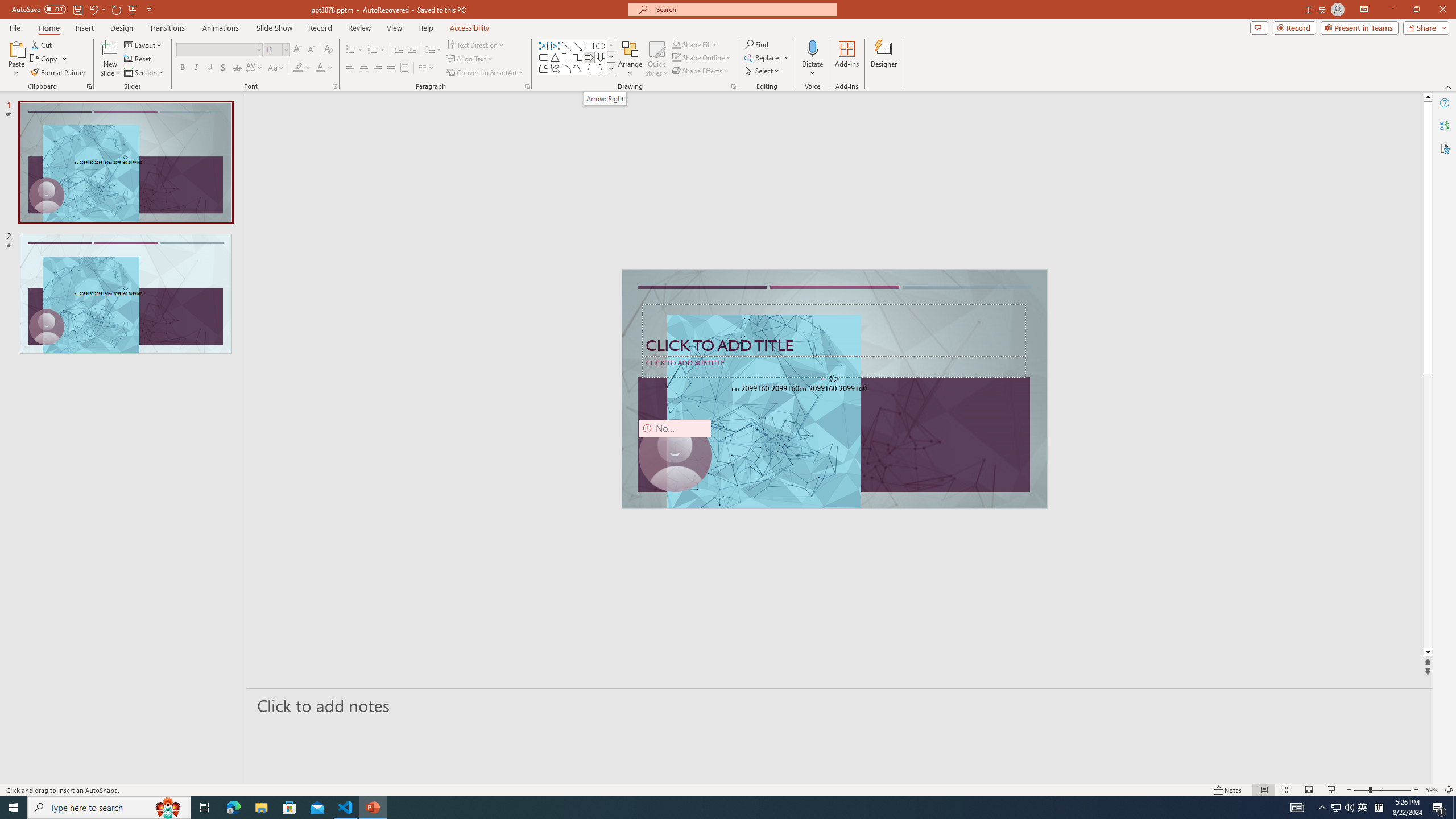 Image resolution: width=1456 pixels, height=819 pixels. What do you see at coordinates (676, 44) in the screenshot?
I see `'Shape Fill Dark Green, Accent 2'` at bounding box center [676, 44].